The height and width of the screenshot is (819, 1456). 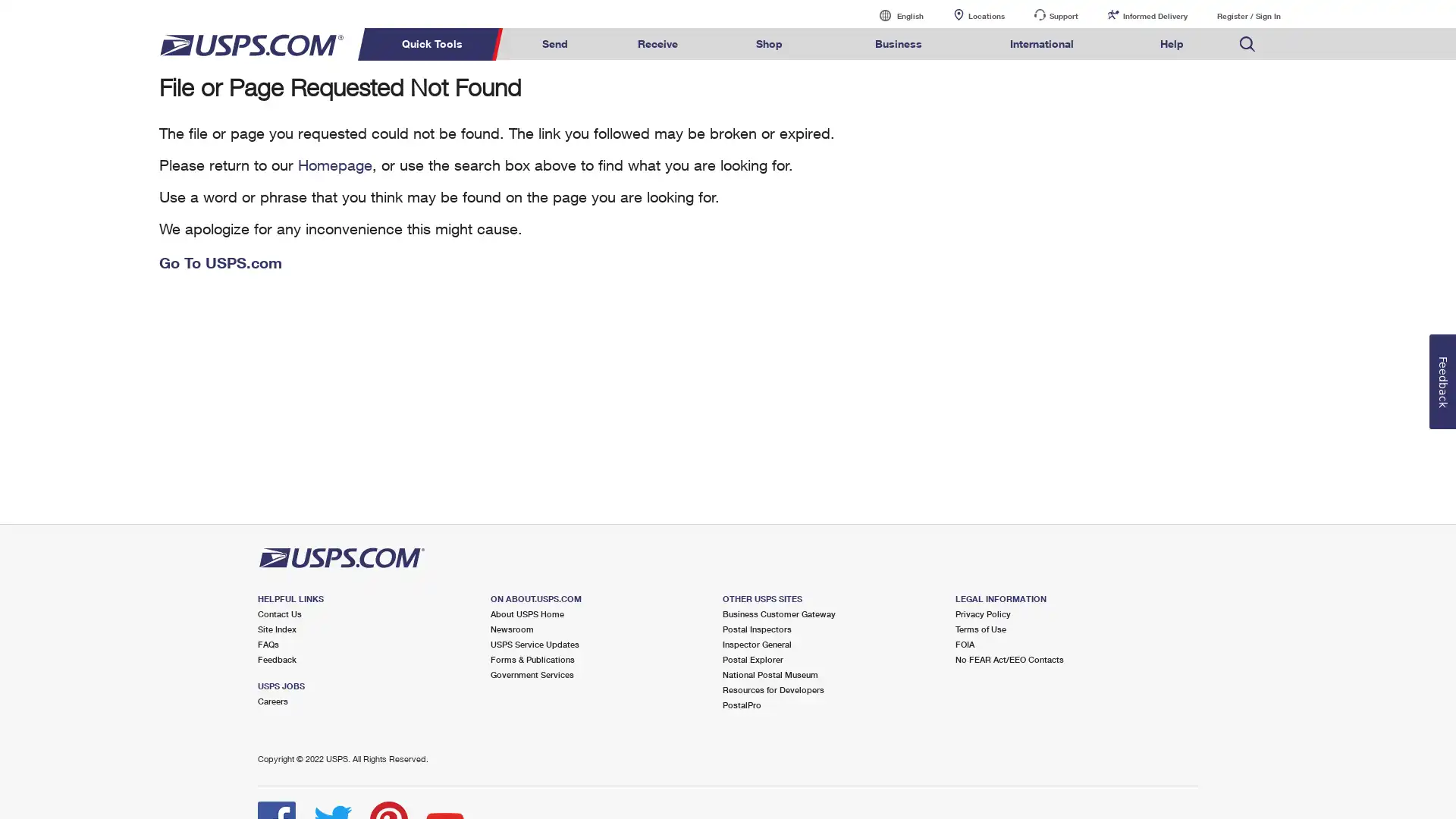 I want to click on Search, so click(x=1092, y=409).